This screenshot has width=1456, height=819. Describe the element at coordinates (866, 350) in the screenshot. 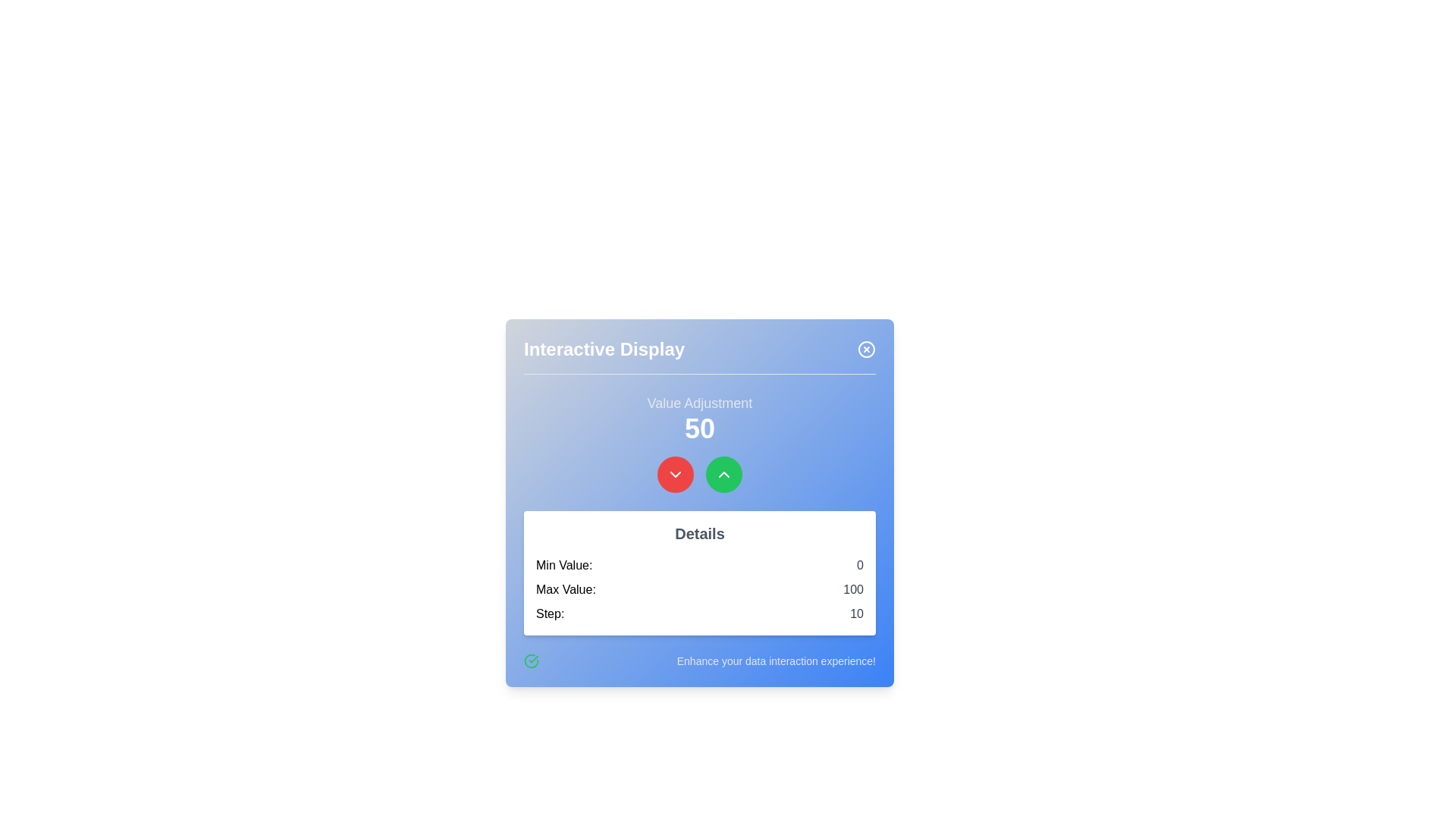

I see `the close button located in the top-right corner of the 'Interactive Display' modal` at that location.